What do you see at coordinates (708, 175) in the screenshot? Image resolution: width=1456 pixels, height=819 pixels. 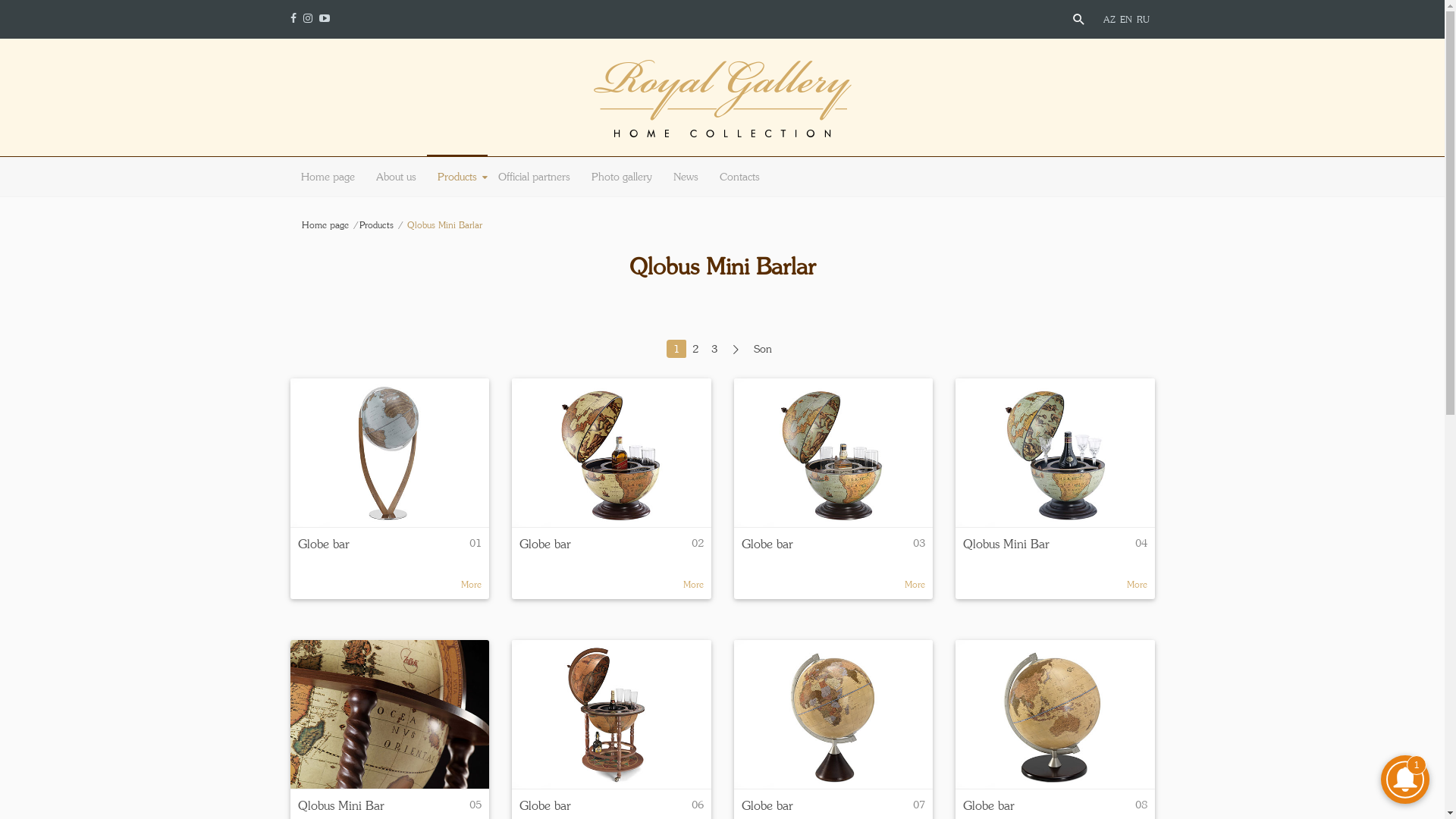 I see `'Contacts'` at bounding box center [708, 175].